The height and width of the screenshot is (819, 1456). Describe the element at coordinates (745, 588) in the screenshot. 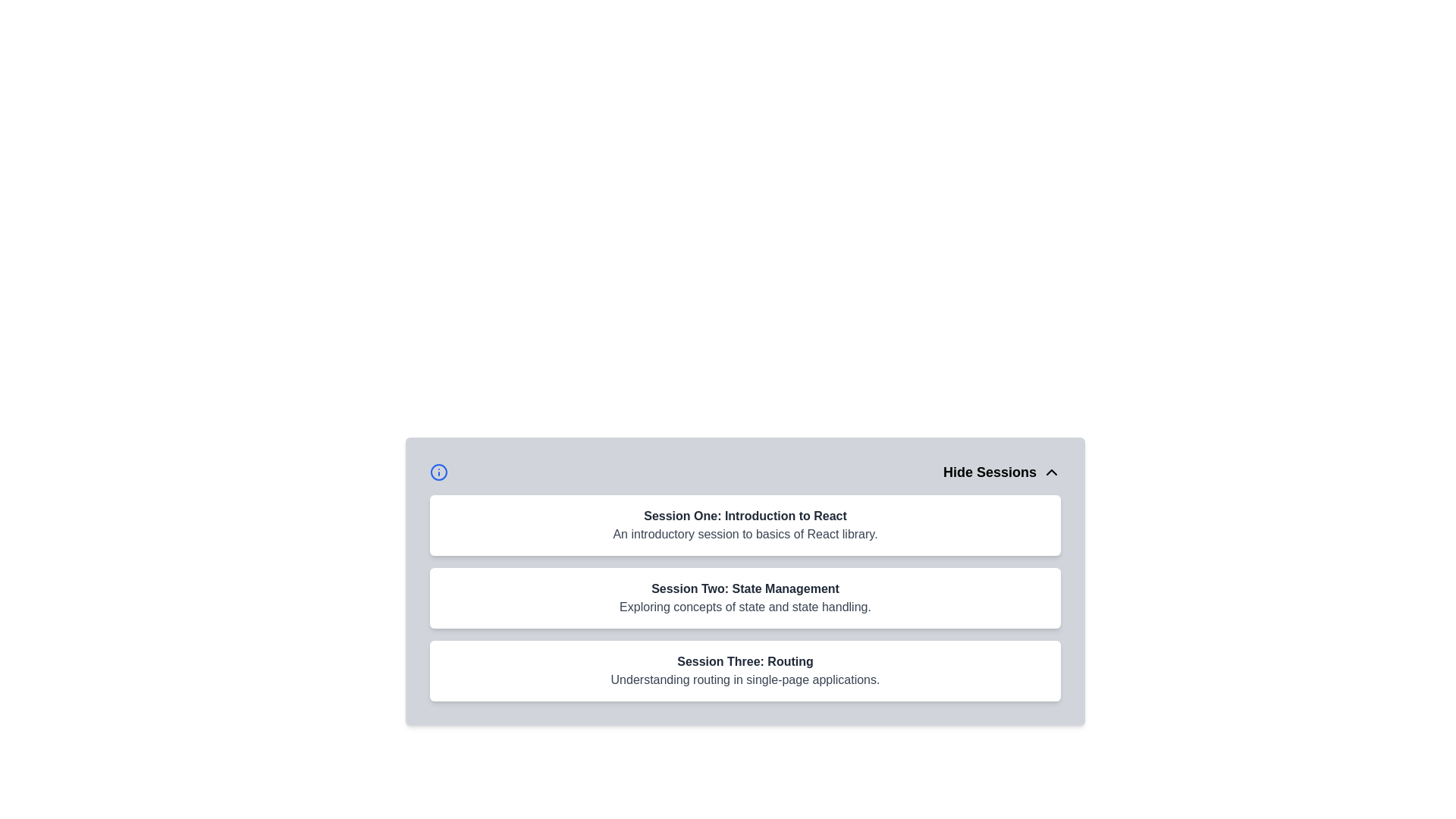

I see `text heading titled 'Session Two: State Management' located in the middle box of the section, which serves as the title for the session below it` at that location.